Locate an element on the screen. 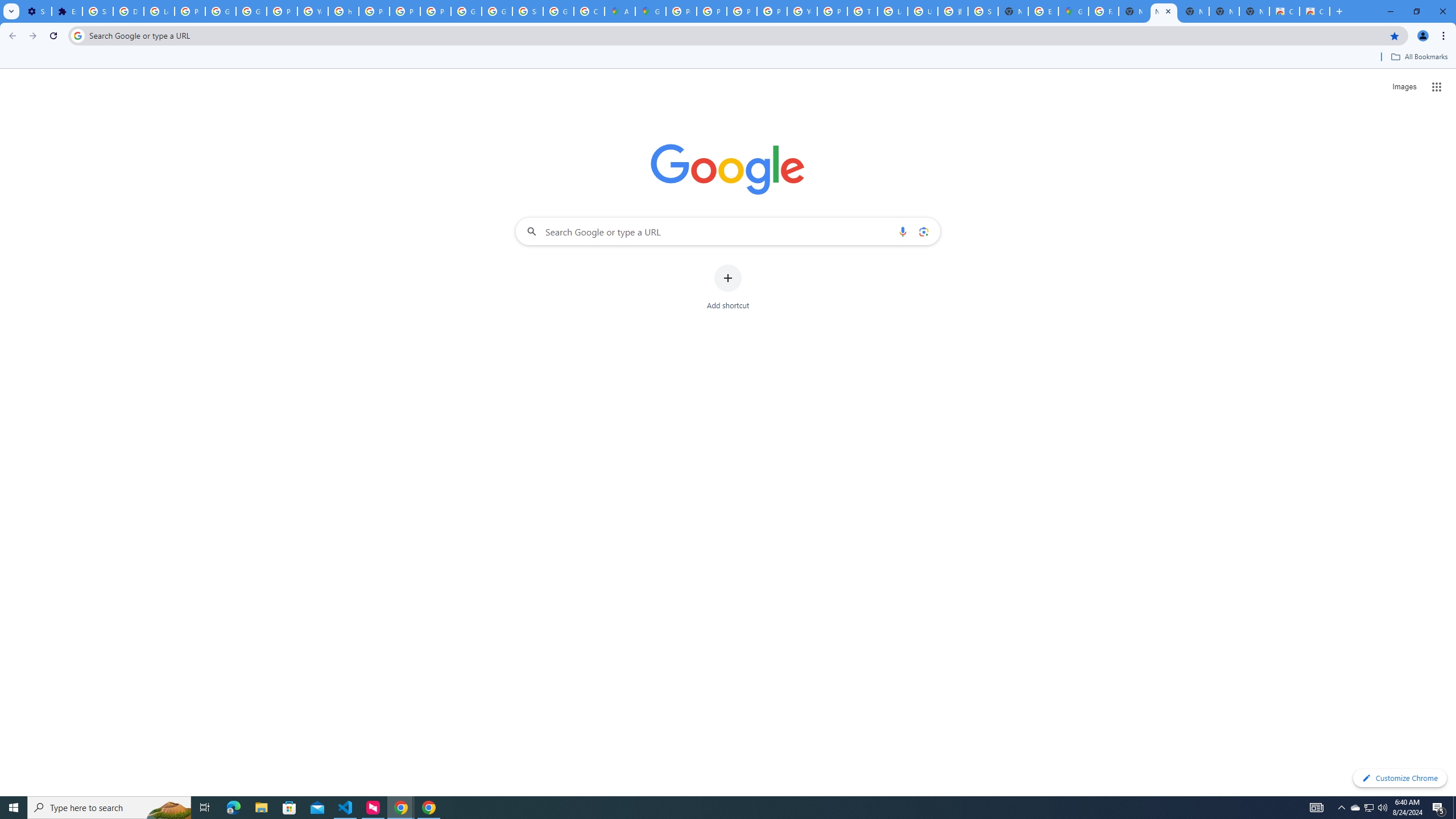 The width and height of the screenshot is (1456, 819). 'Policy Accountability and Transparency - Transparency Center' is located at coordinates (681, 11).